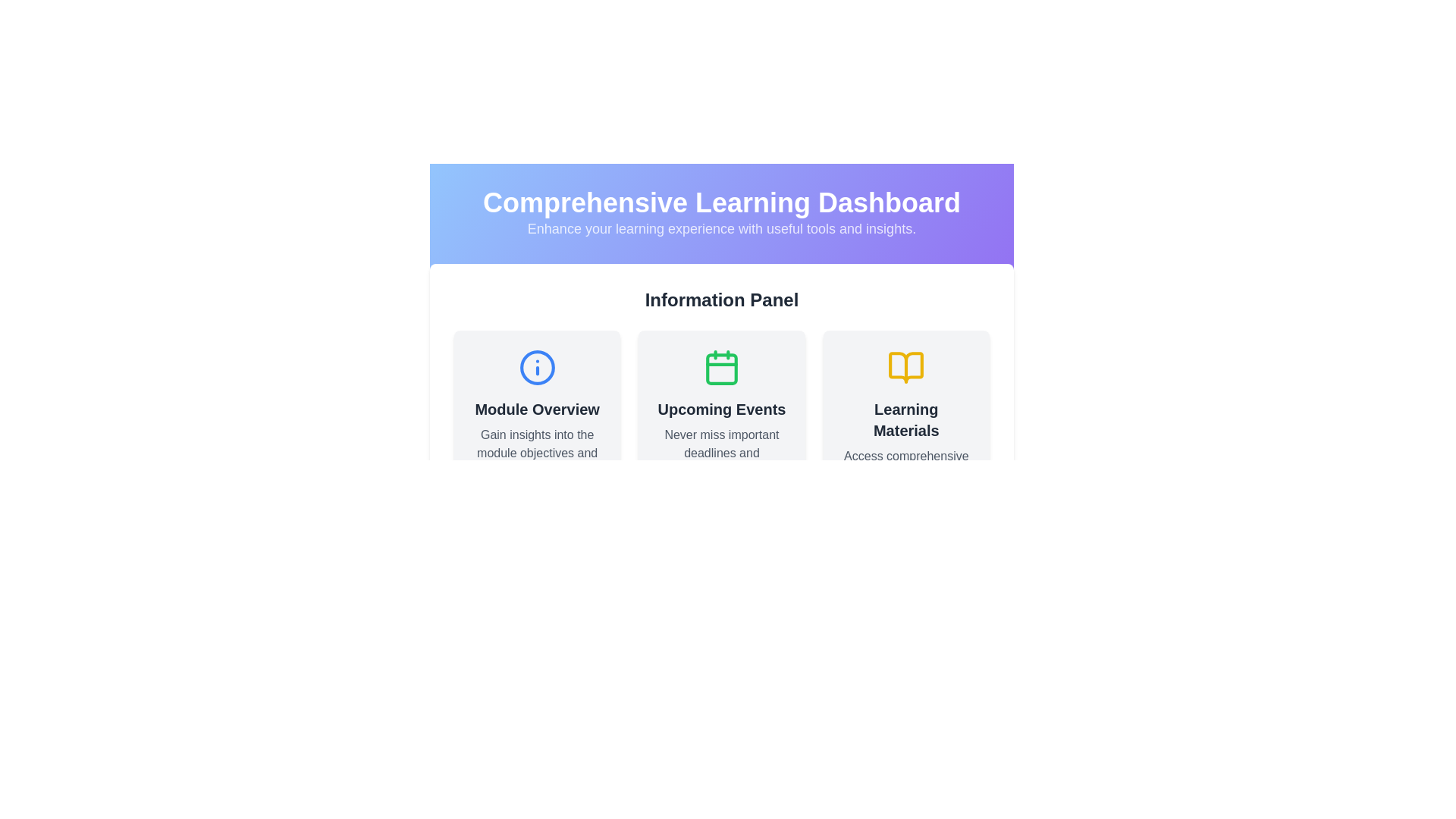 Image resolution: width=1456 pixels, height=819 pixels. Describe the element at coordinates (537, 452) in the screenshot. I see `the Static Text element located below 'Module Overview' in the leftmost card of the Information Panel` at that location.